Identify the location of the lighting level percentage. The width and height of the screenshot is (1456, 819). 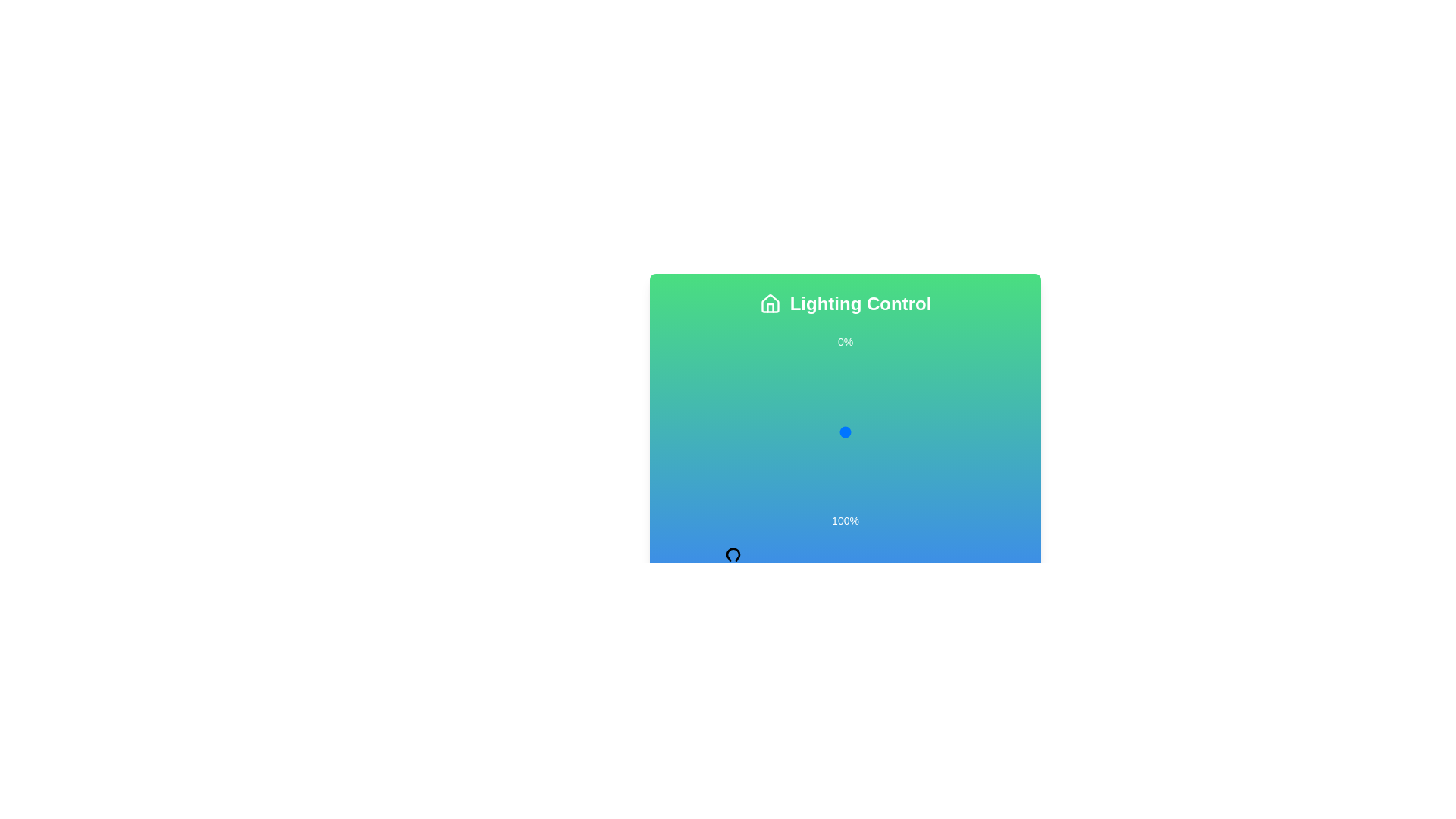
(831, 431).